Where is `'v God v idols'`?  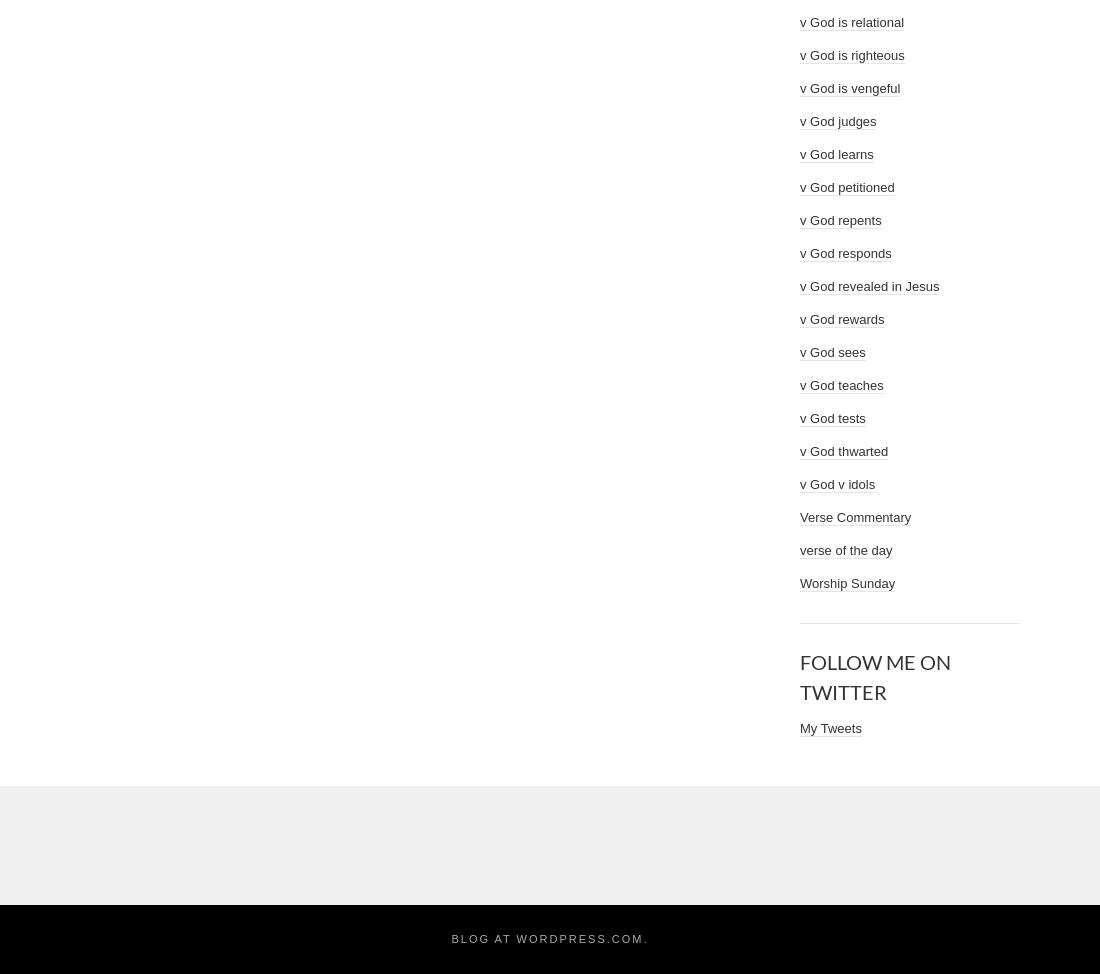 'v God v idols' is located at coordinates (836, 483).